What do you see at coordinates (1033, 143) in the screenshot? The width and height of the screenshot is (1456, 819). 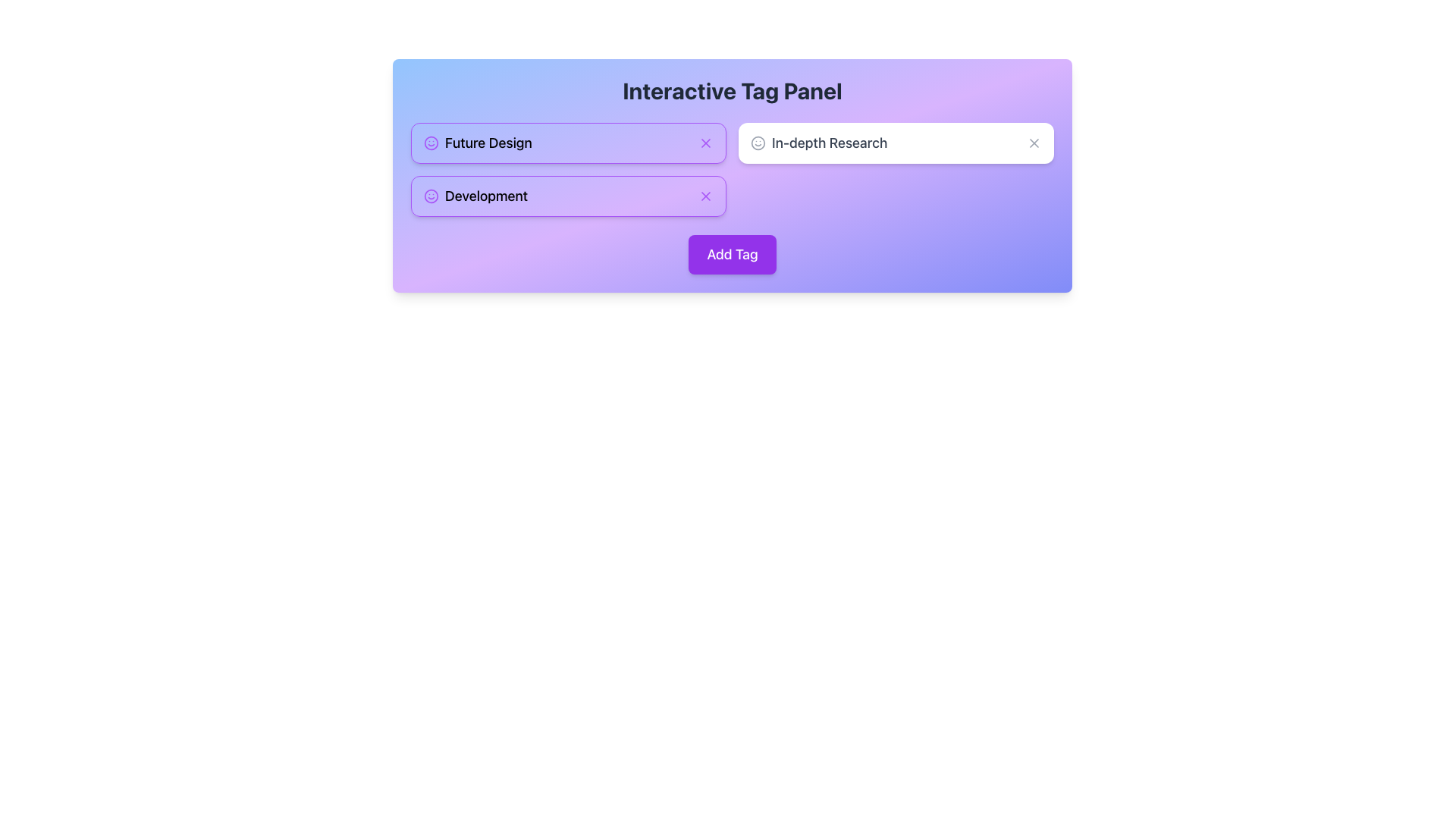 I see `the cross ('X') icon located at the upper right of the purple gradient panel` at bounding box center [1033, 143].